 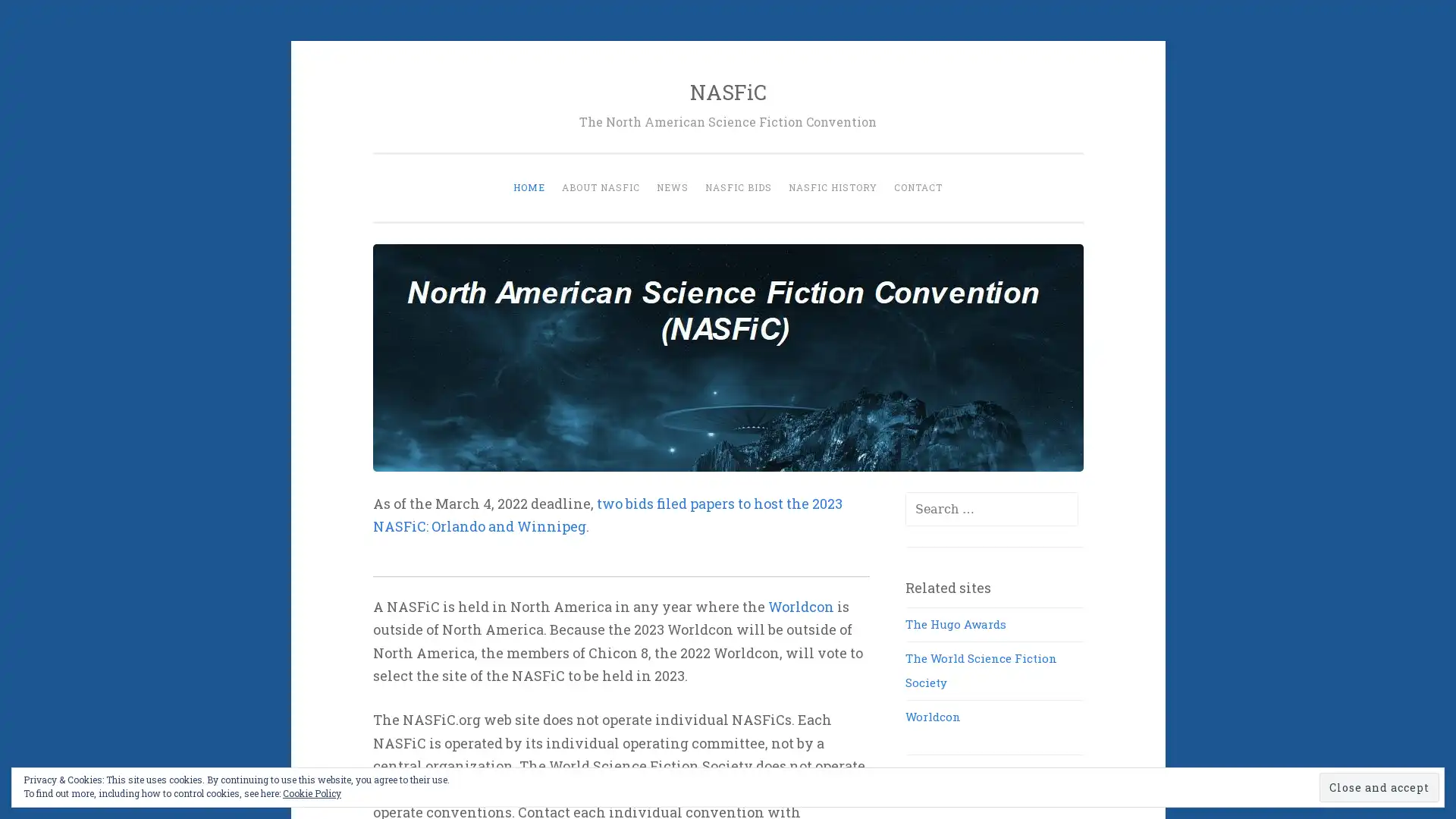 I want to click on Close and accept, so click(x=1379, y=786).